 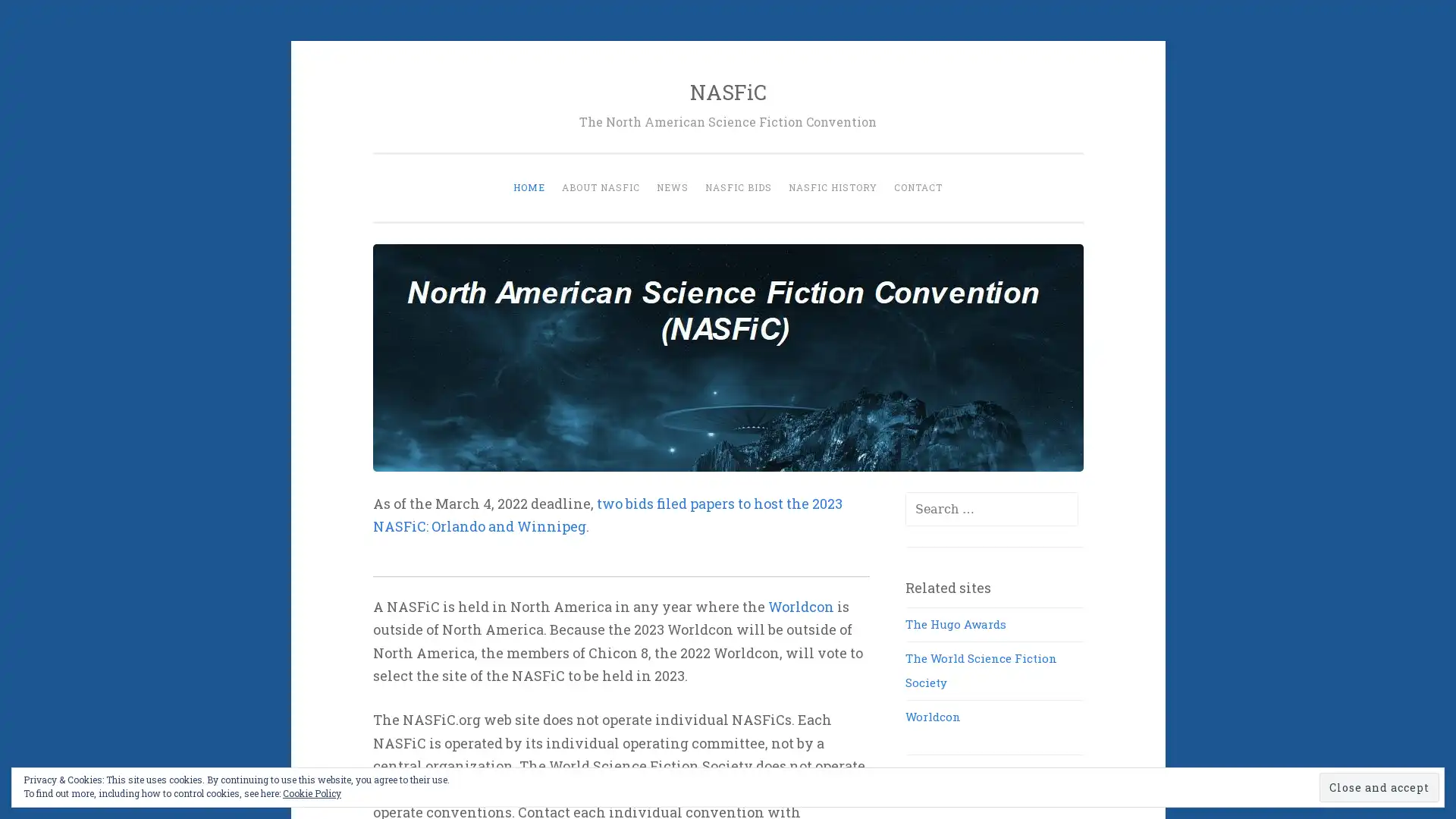 I want to click on Close and accept, so click(x=1379, y=786).